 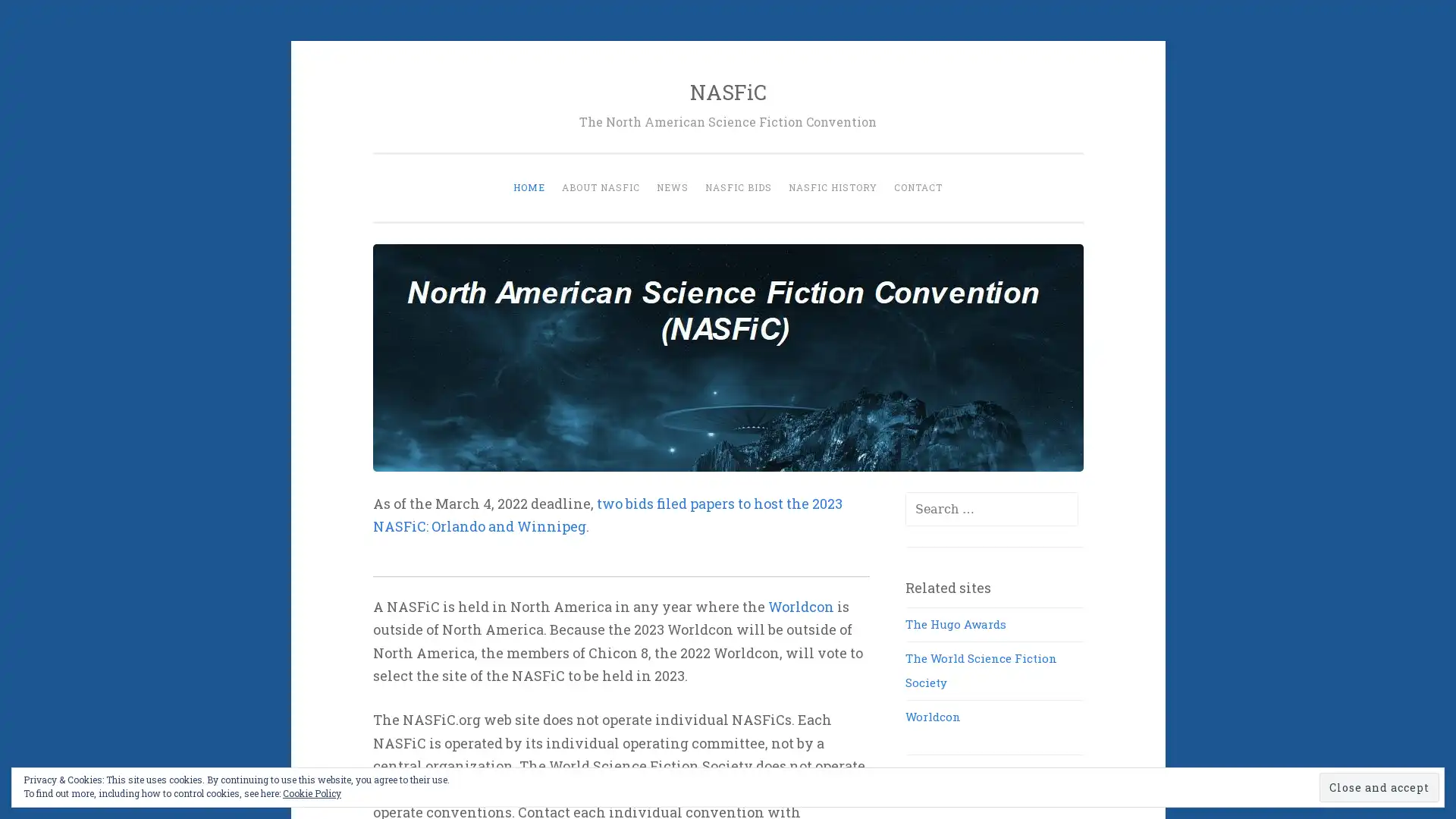 I want to click on Close and accept, so click(x=1379, y=786).